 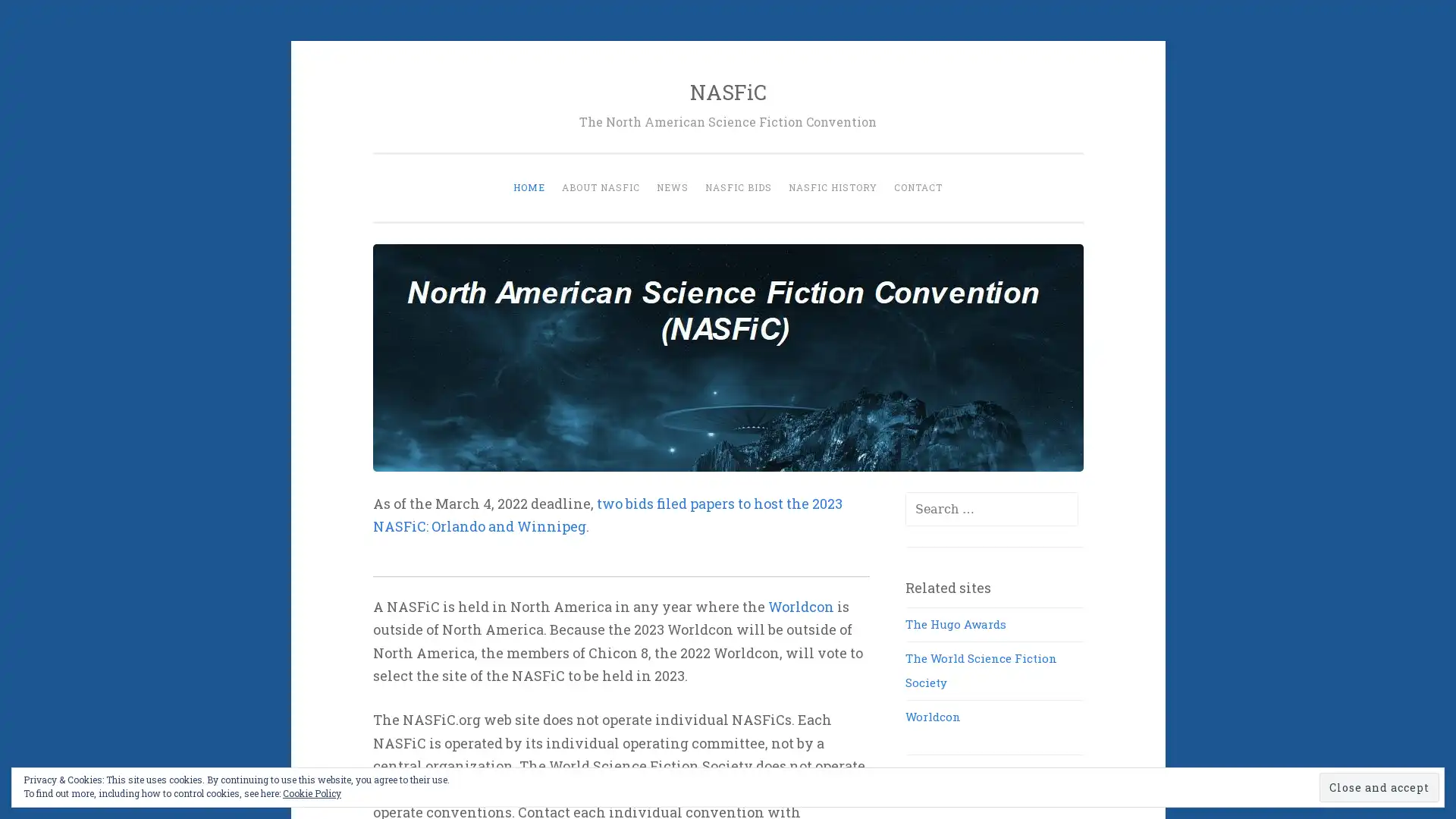 I want to click on Close and accept, so click(x=1379, y=786).